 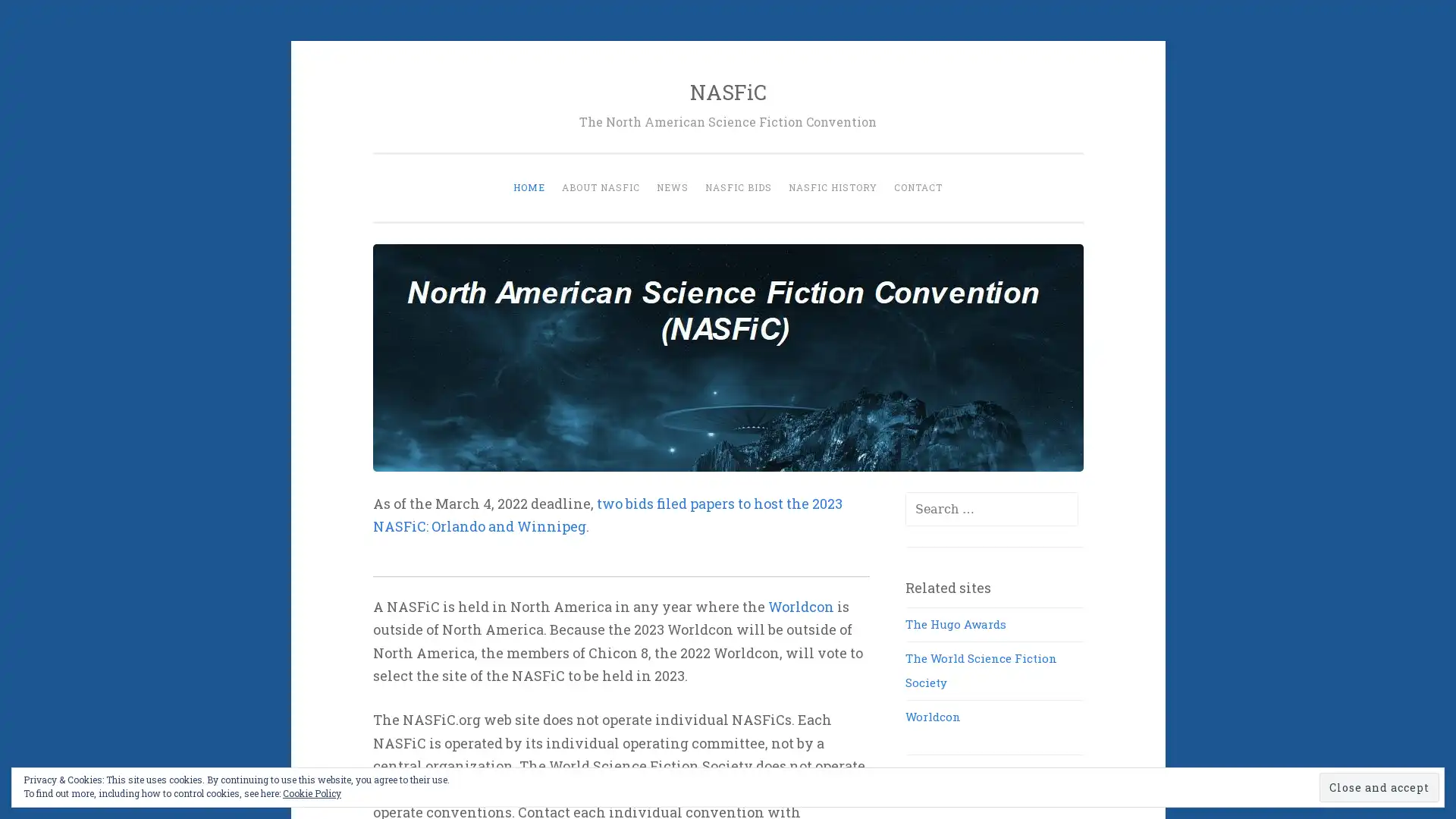 I want to click on Close and accept, so click(x=1379, y=786).